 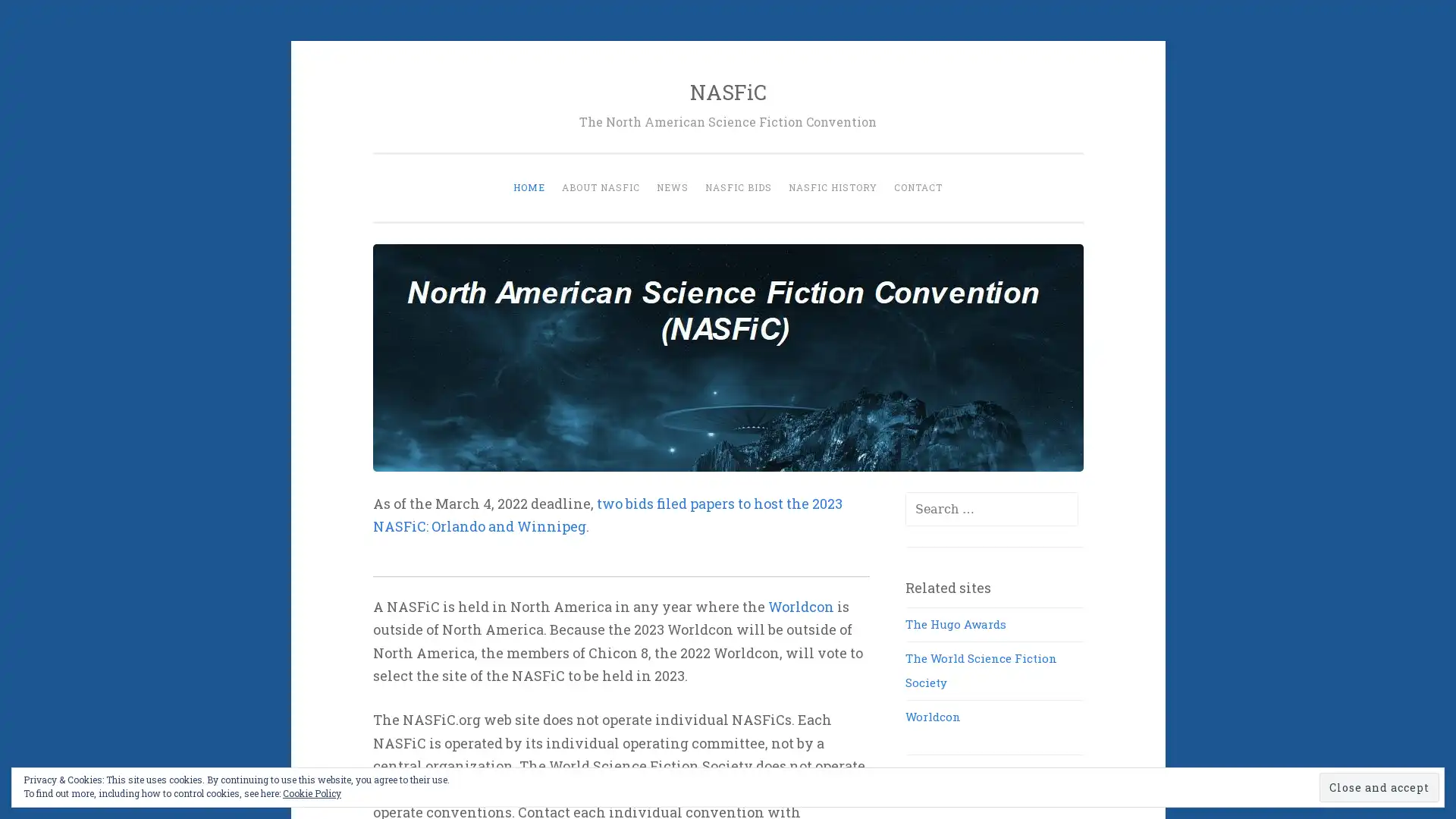 I want to click on Close and accept, so click(x=1379, y=786).